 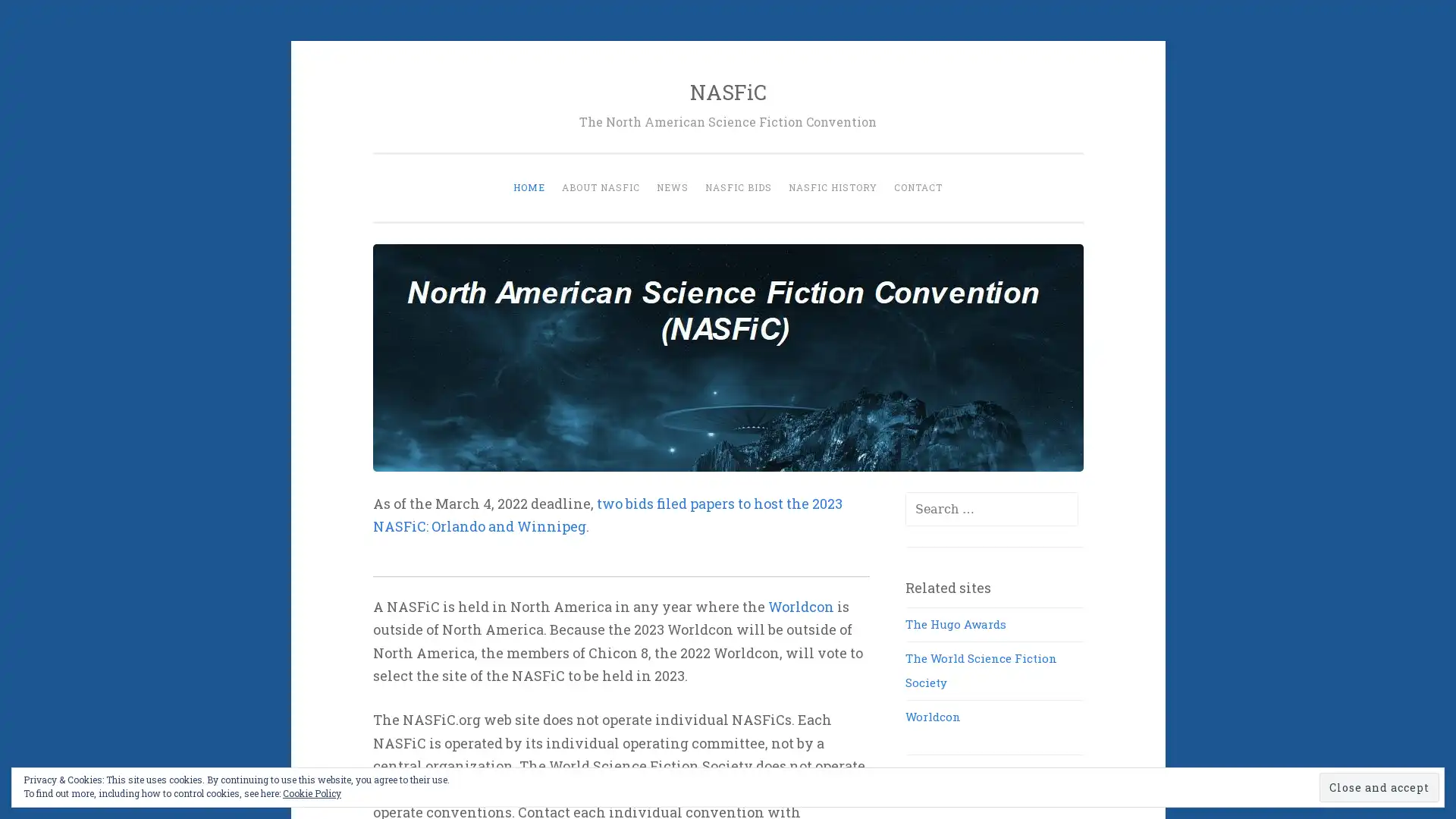 I want to click on Close and accept, so click(x=1379, y=786).